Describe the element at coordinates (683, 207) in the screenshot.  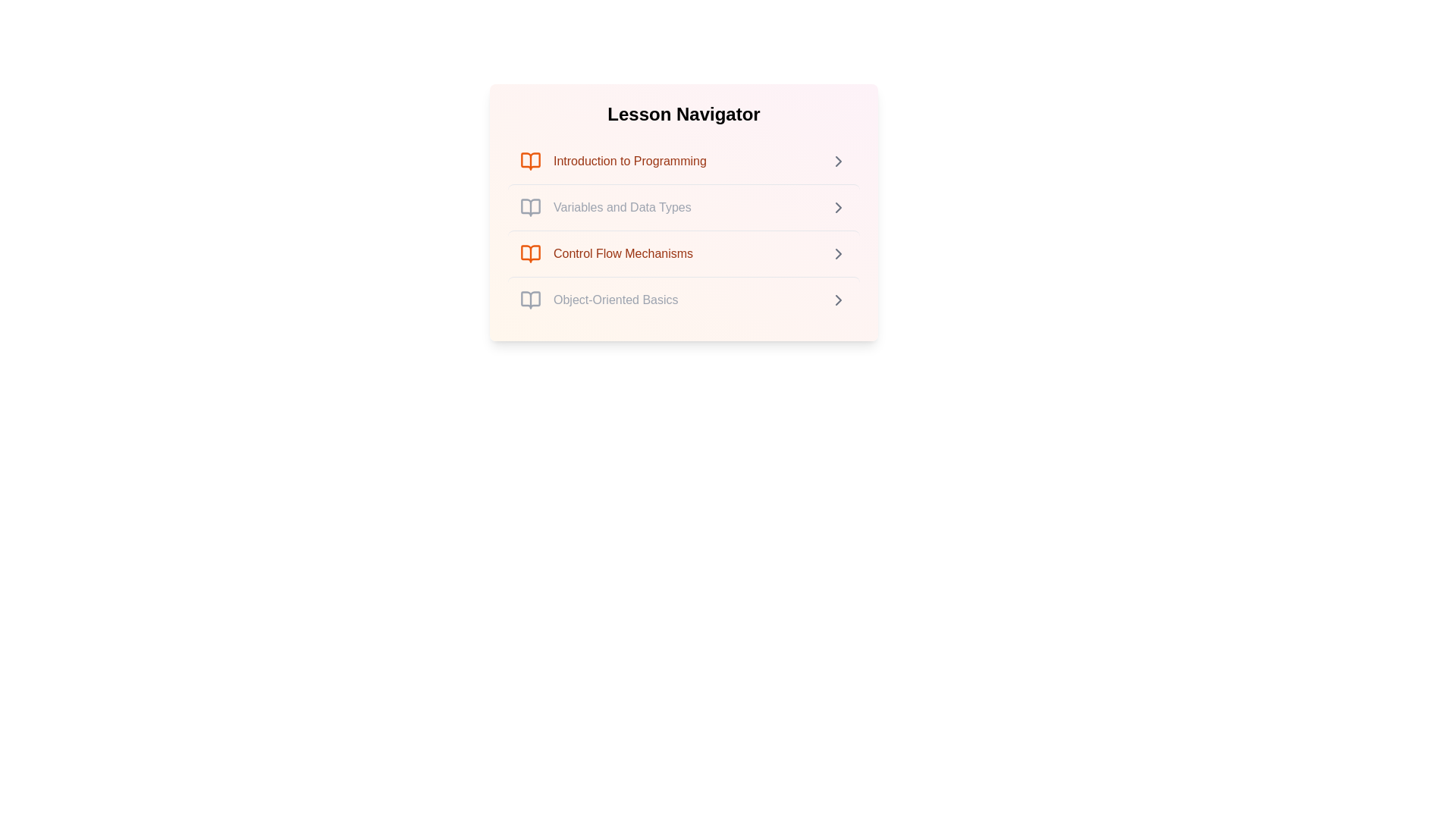
I see `the lesson item corresponding to Variables and Data Types` at that location.